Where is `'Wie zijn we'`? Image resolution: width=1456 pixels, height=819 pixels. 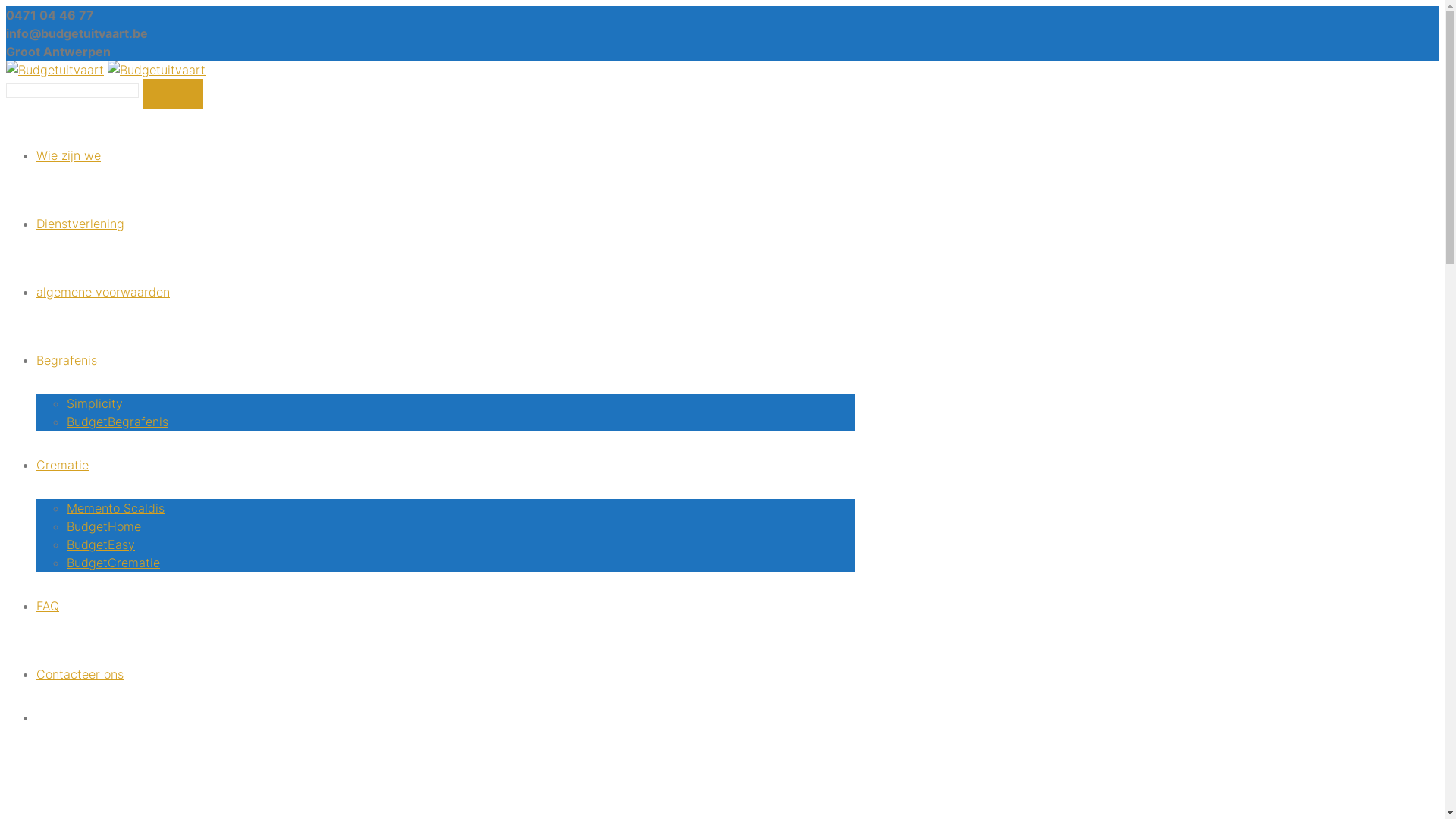
'Wie zijn we' is located at coordinates (67, 155).